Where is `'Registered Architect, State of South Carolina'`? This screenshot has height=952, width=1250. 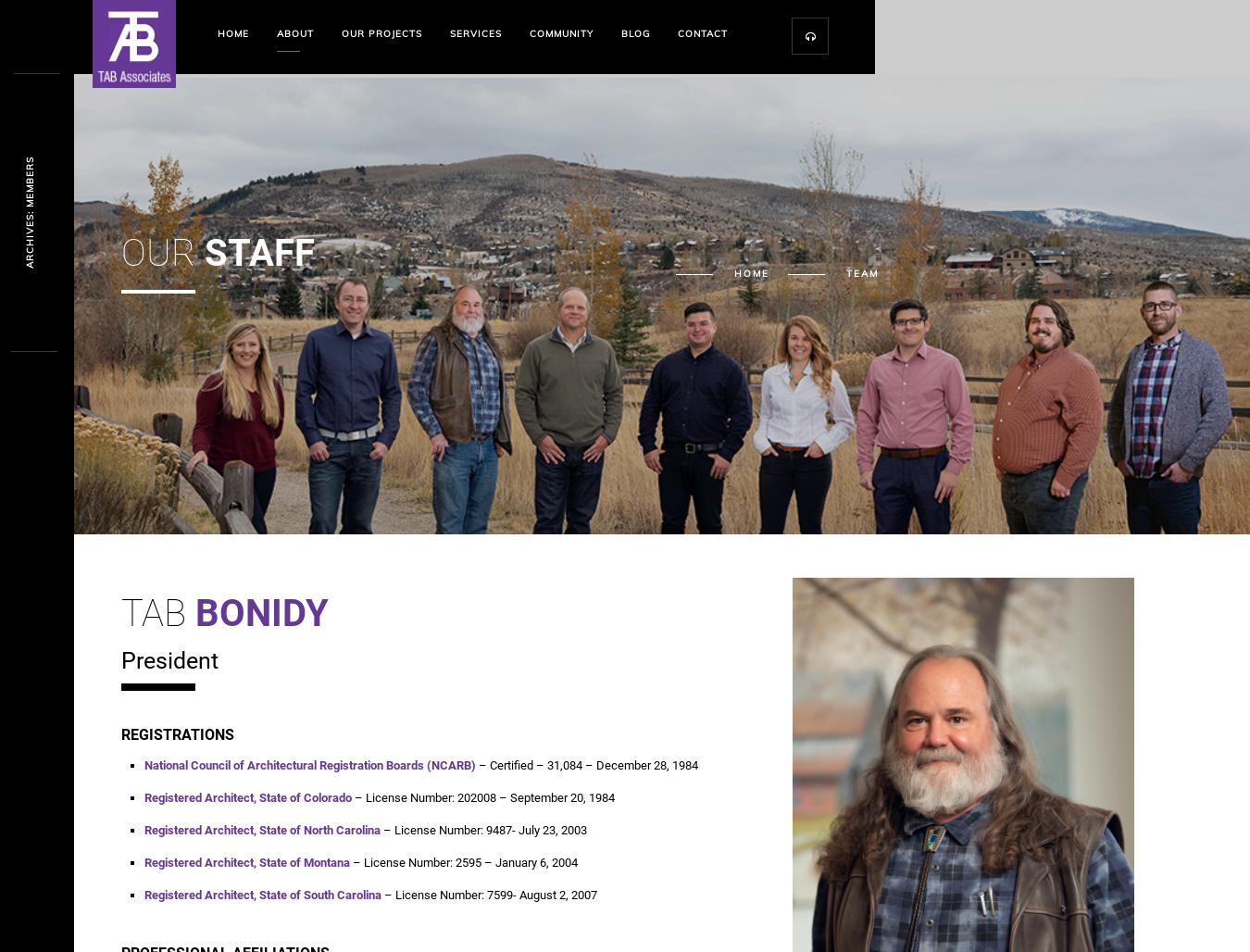
'Registered Architect, State of South Carolina' is located at coordinates (262, 894).